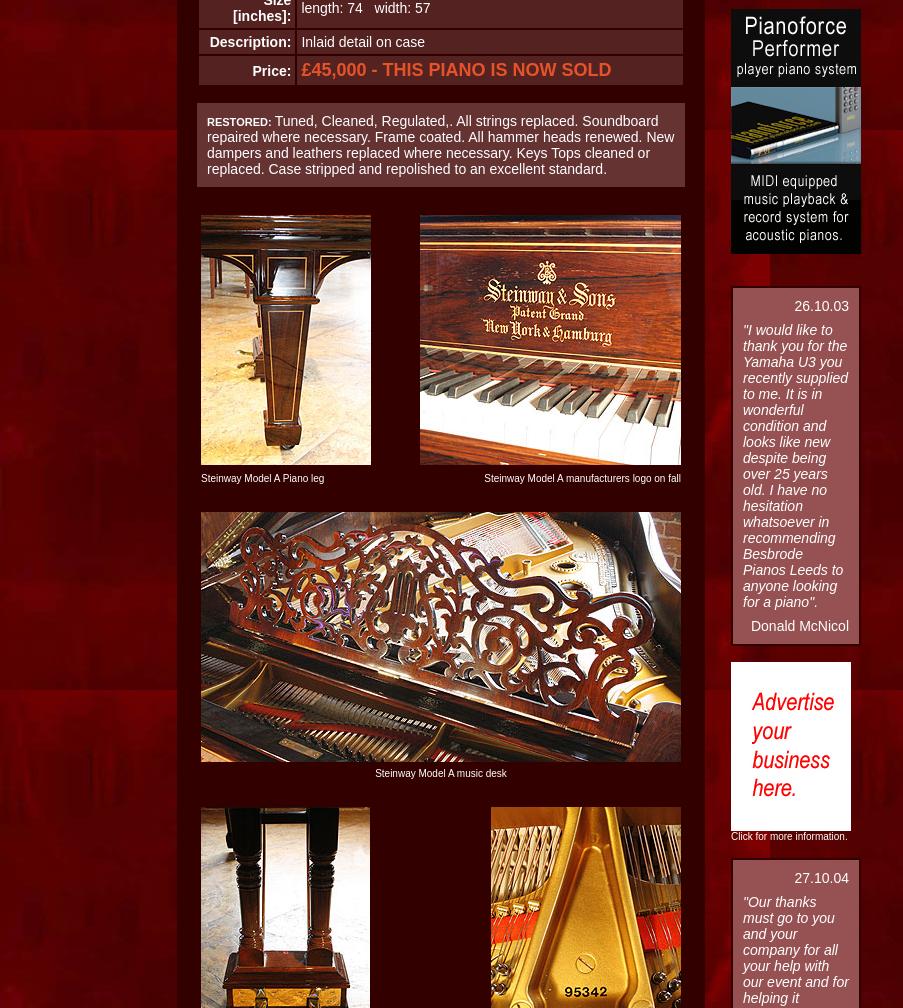 The width and height of the screenshot is (903, 1008). I want to click on 'Inlaid detail on case', so click(363, 42).